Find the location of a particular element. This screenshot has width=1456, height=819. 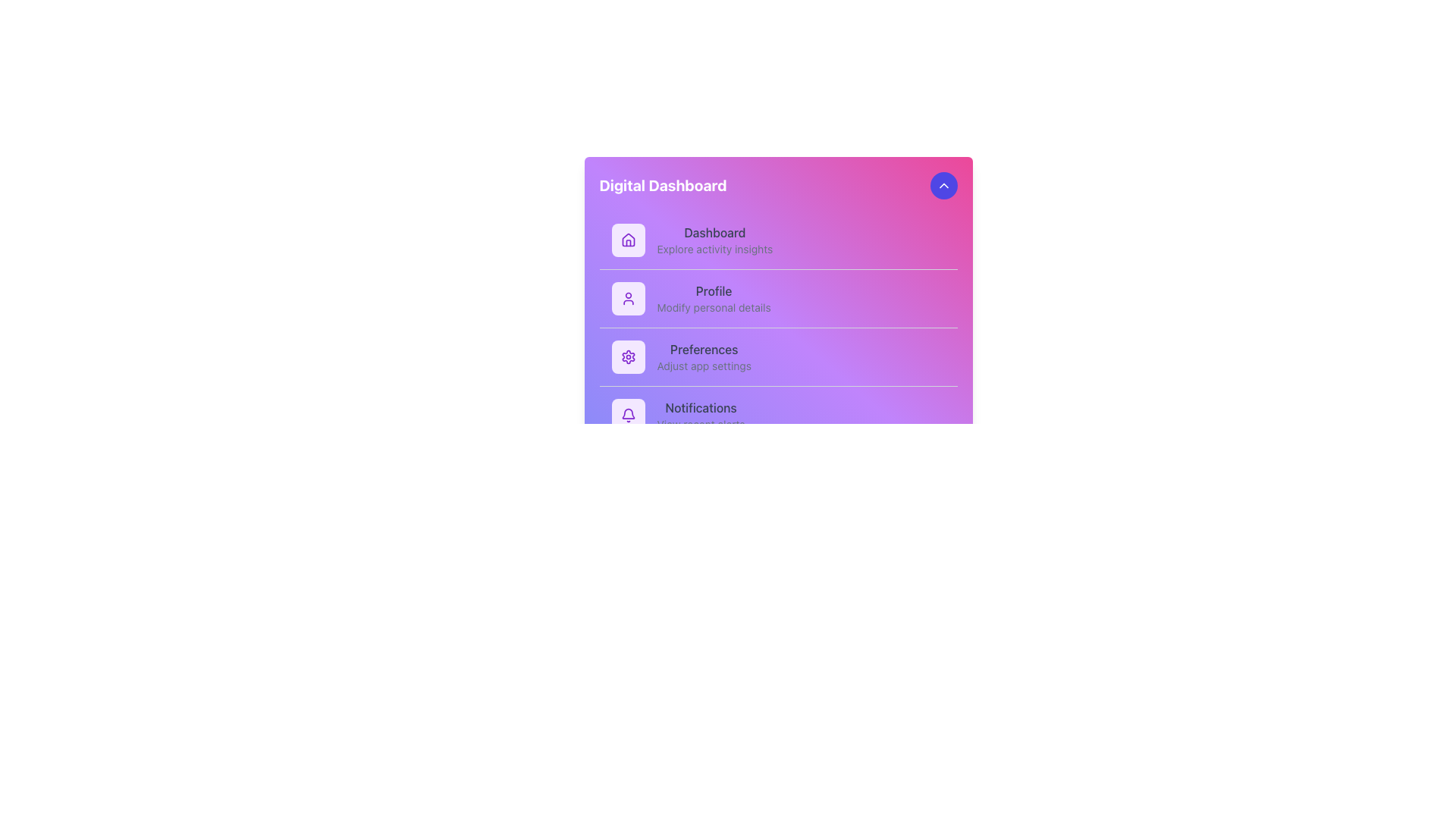

the bell icon located within a purple-colored rounded rectangle at the bottom of the visible panel is located at coordinates (628, 415).